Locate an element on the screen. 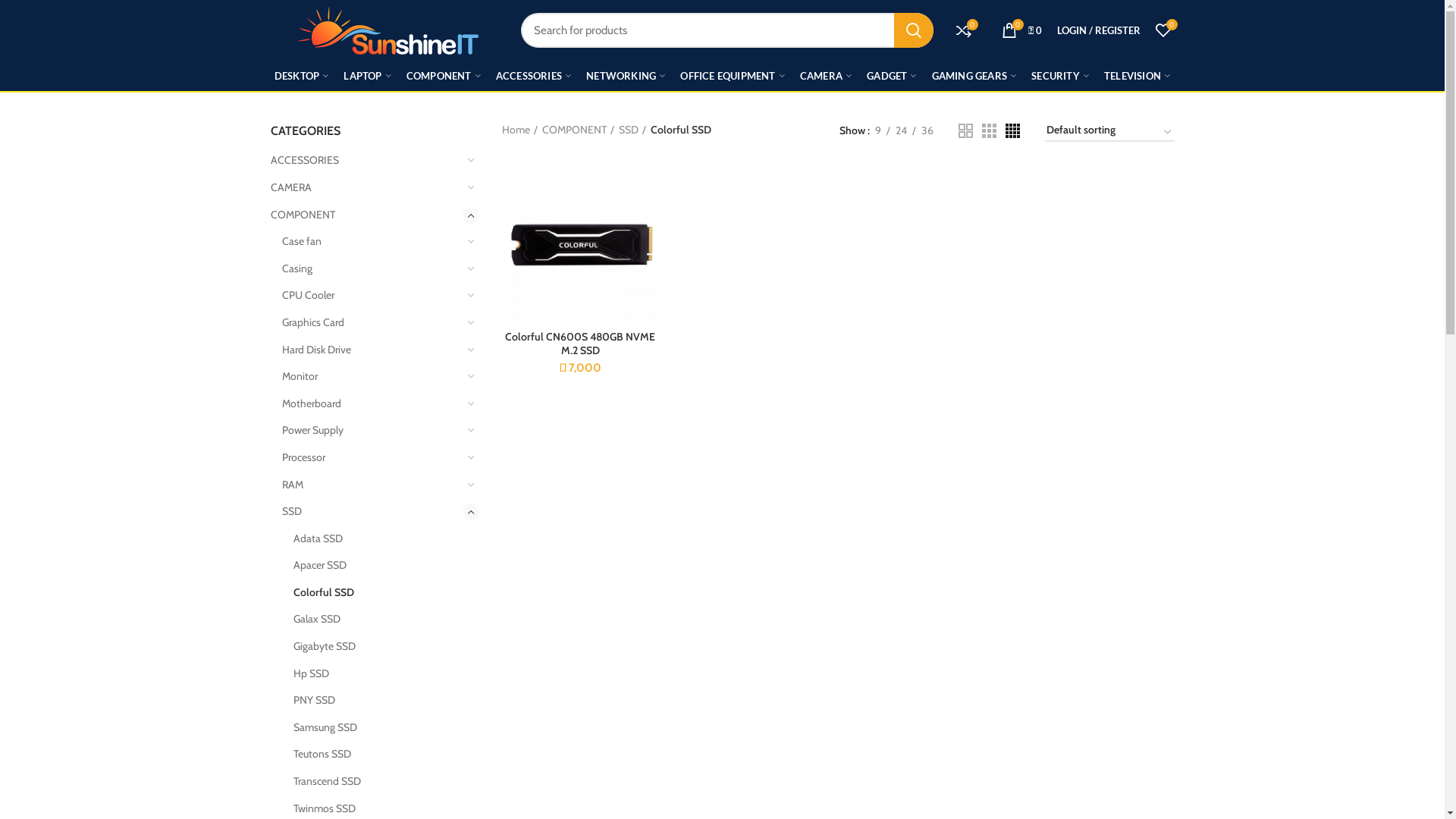  'Graphics Card' is located at coordinates (371, 322).